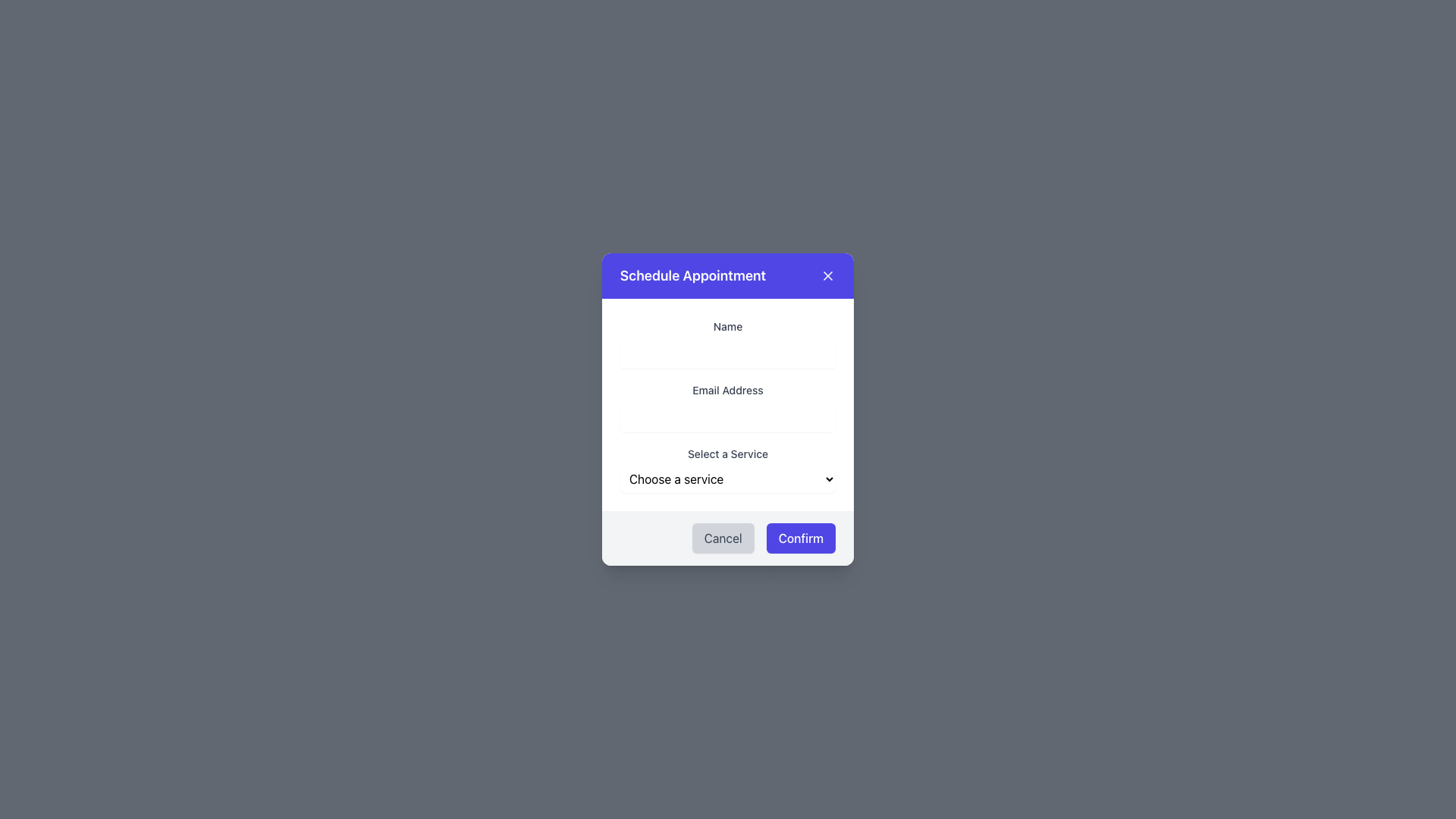 The width and height of the screenshot is (1456, 819). What do you see at coordinates (827, 275) in the screenshot?
I see `the close button represented by an 'X' symbol located in the top-right corner of the indigo header of the modal dialog` at bounding box center [827, 275].